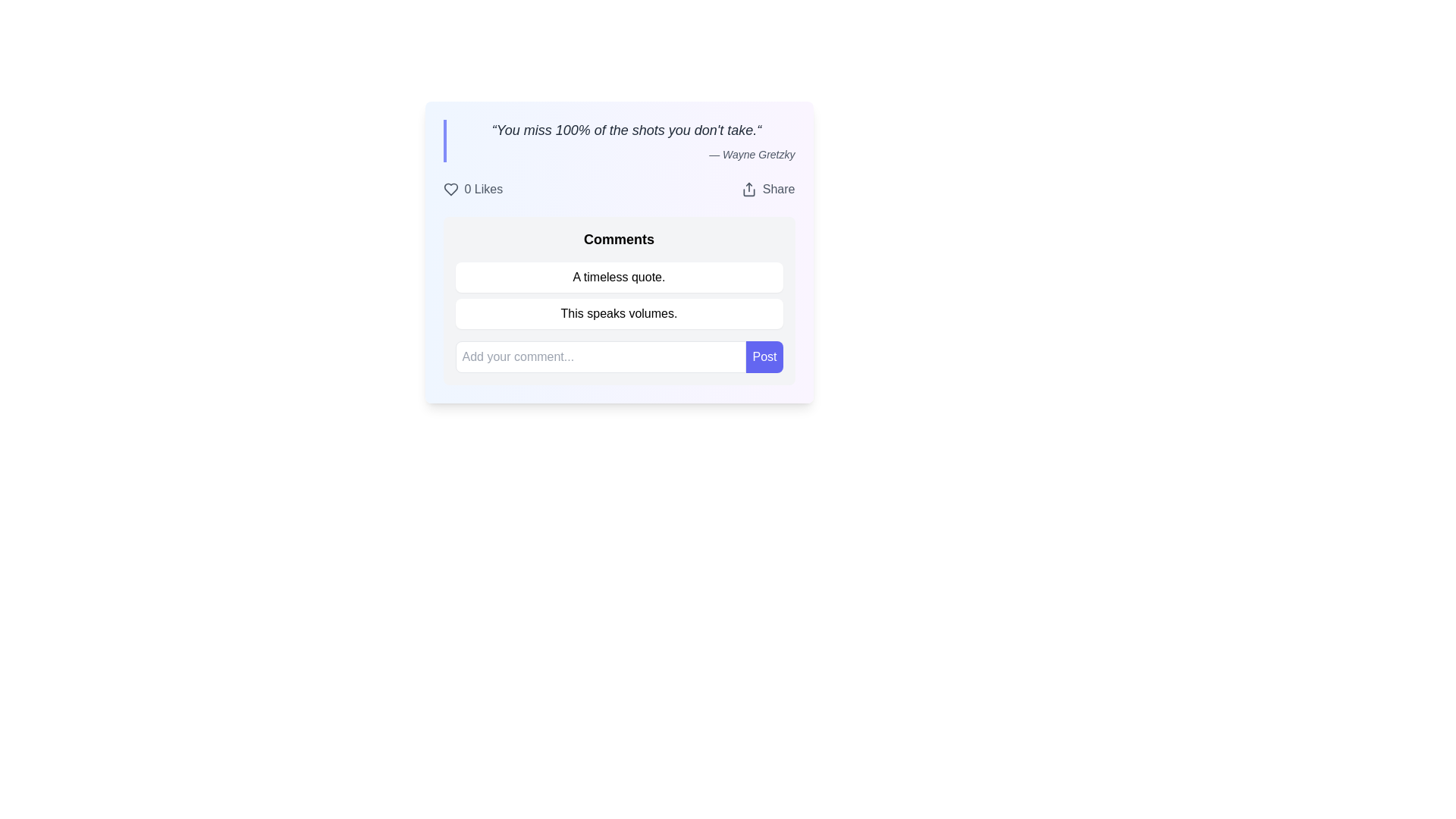 This screenshot has width=1456, height=819. Describe the element at coordinates (768, 189) in the screenshot. I see `the 'Share' button with an upward arrow icon to observe the style change from gray to blue` at that location.